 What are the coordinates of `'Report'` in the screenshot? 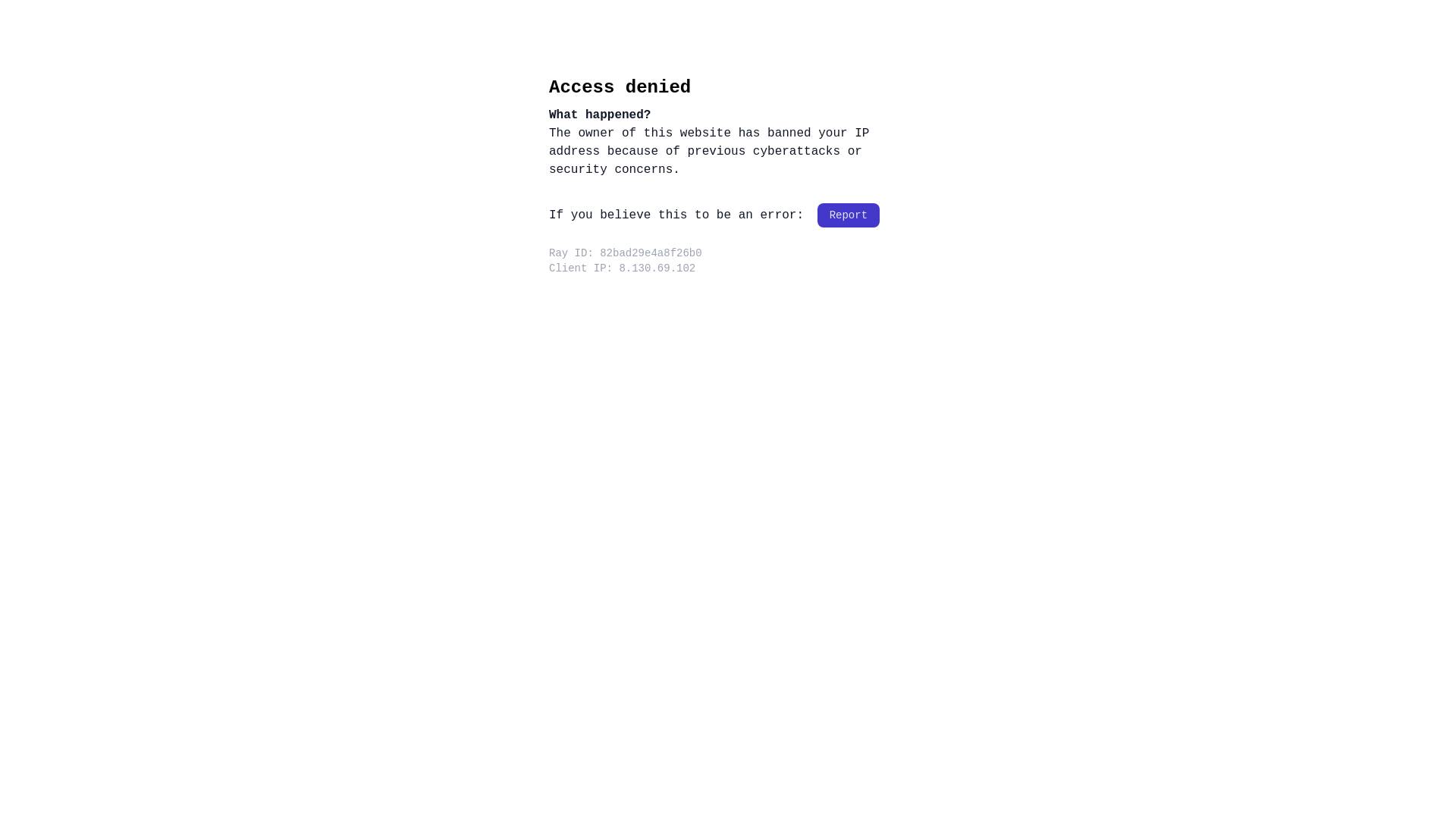 It's located at (847, 215).